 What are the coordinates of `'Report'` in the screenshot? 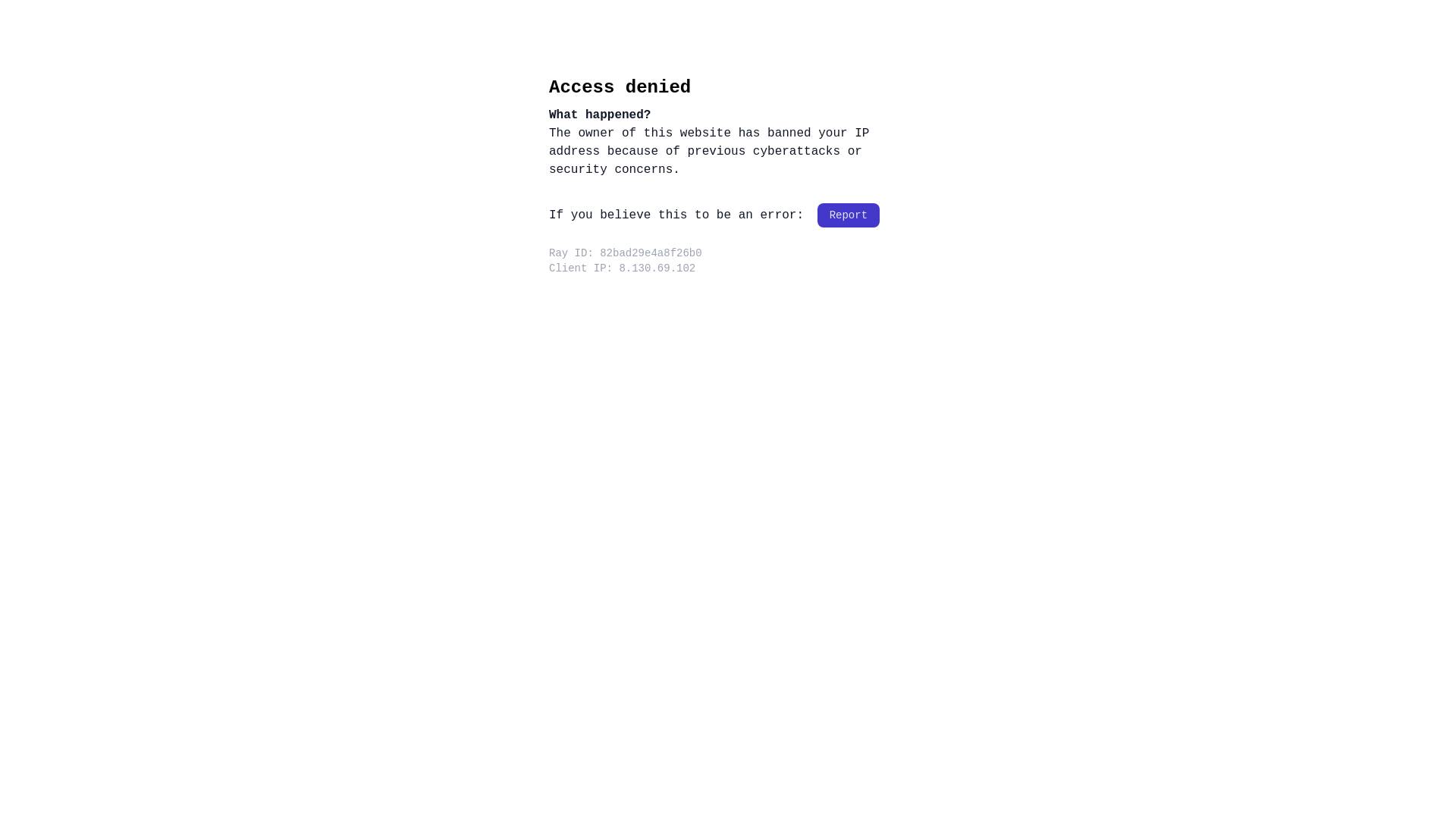 It's located at (847, 215).